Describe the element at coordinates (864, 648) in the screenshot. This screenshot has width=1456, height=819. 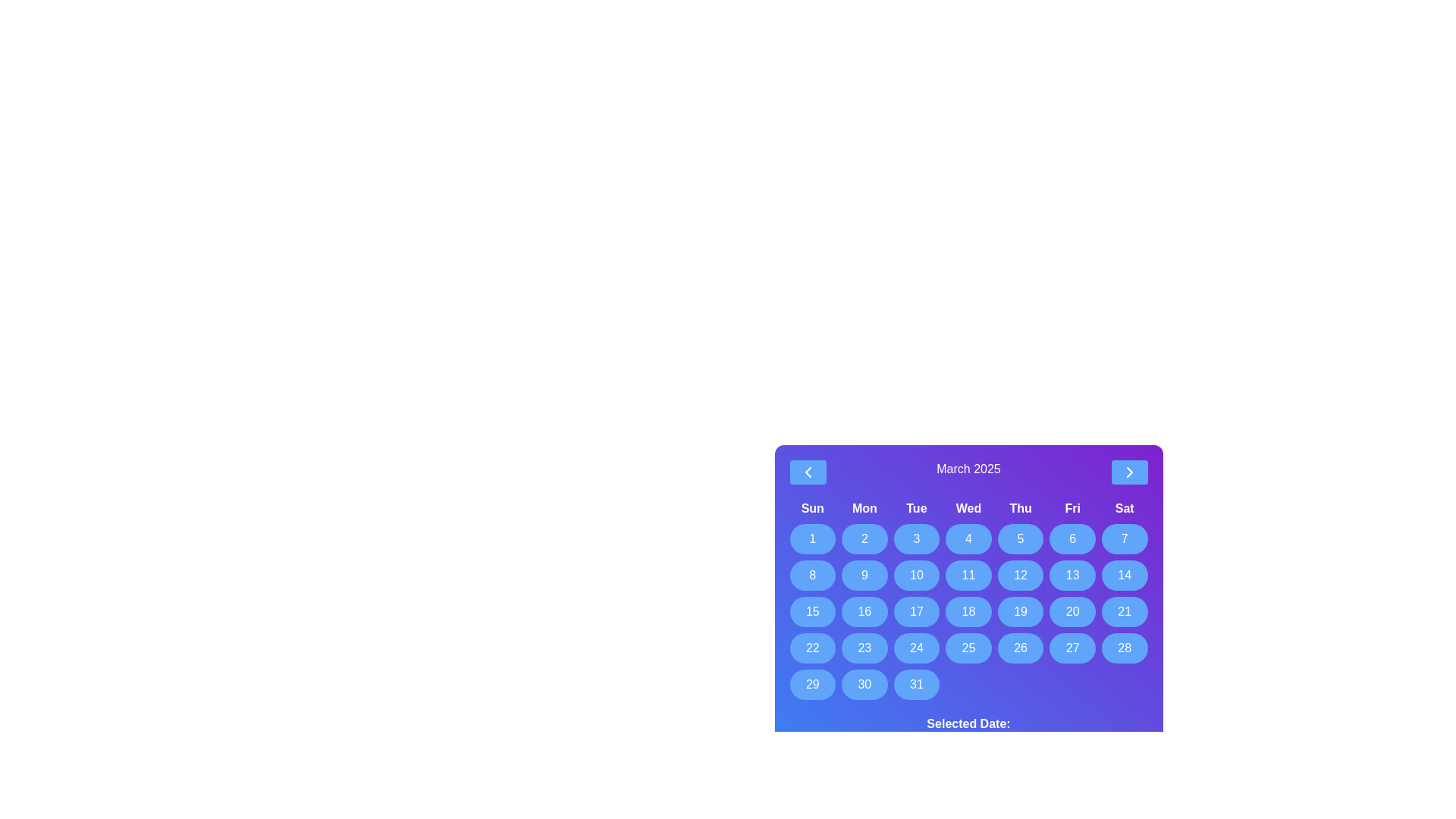
I see `the selectable date button for March 23rd in the calendar interface, located in the 6th row and 2nd column` at that location.